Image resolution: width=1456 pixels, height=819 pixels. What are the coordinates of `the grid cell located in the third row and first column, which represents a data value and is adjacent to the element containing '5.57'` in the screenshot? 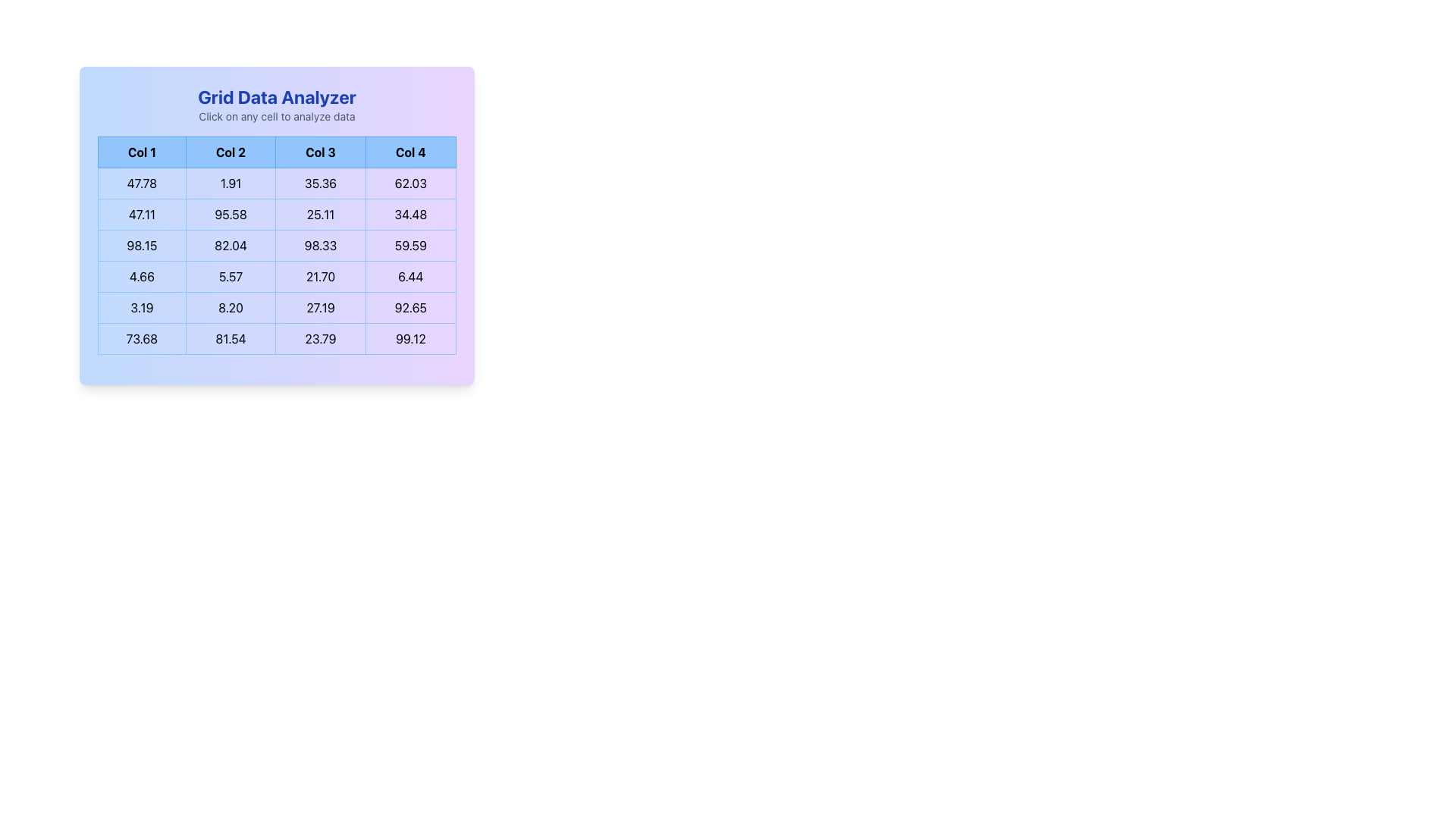 It's located at (142, 277).